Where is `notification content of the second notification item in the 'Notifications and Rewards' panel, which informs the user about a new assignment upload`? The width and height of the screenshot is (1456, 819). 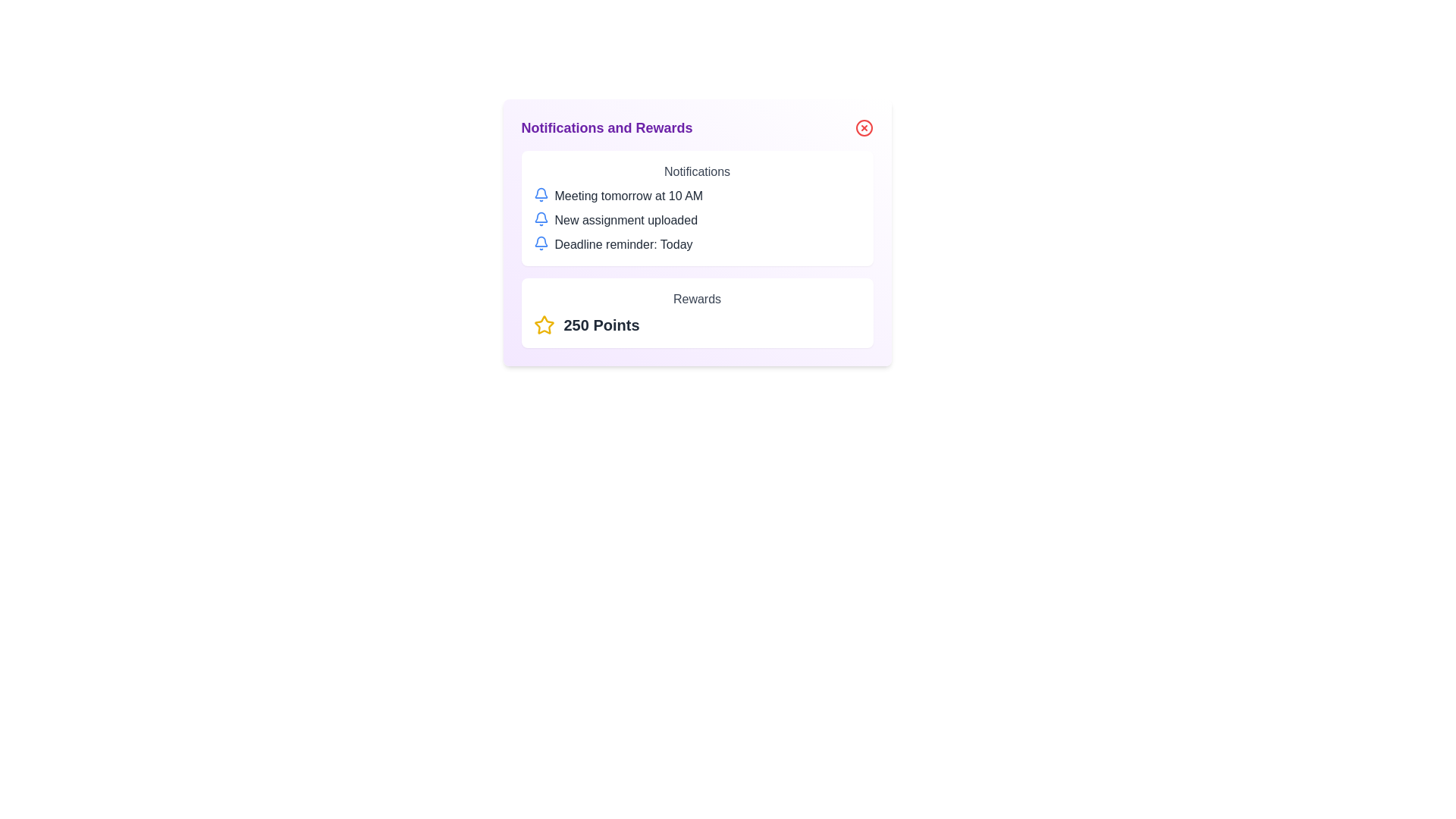 notification content of the second notification item in the 'Notifications and Rewards' panel, which informs the user about a new assignment upload is located at coordinates (696, 220).